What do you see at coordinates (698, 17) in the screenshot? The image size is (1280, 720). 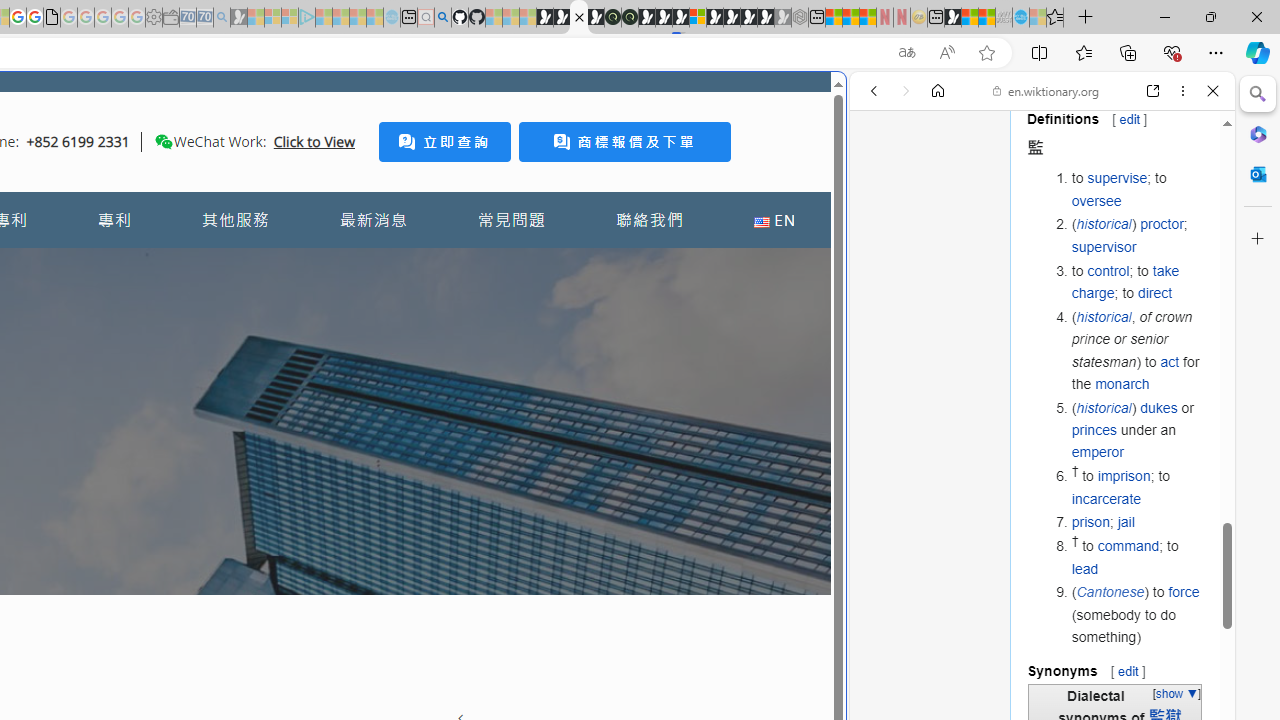 I see `'Sign in to your account'` at bounding box center [698, 17].